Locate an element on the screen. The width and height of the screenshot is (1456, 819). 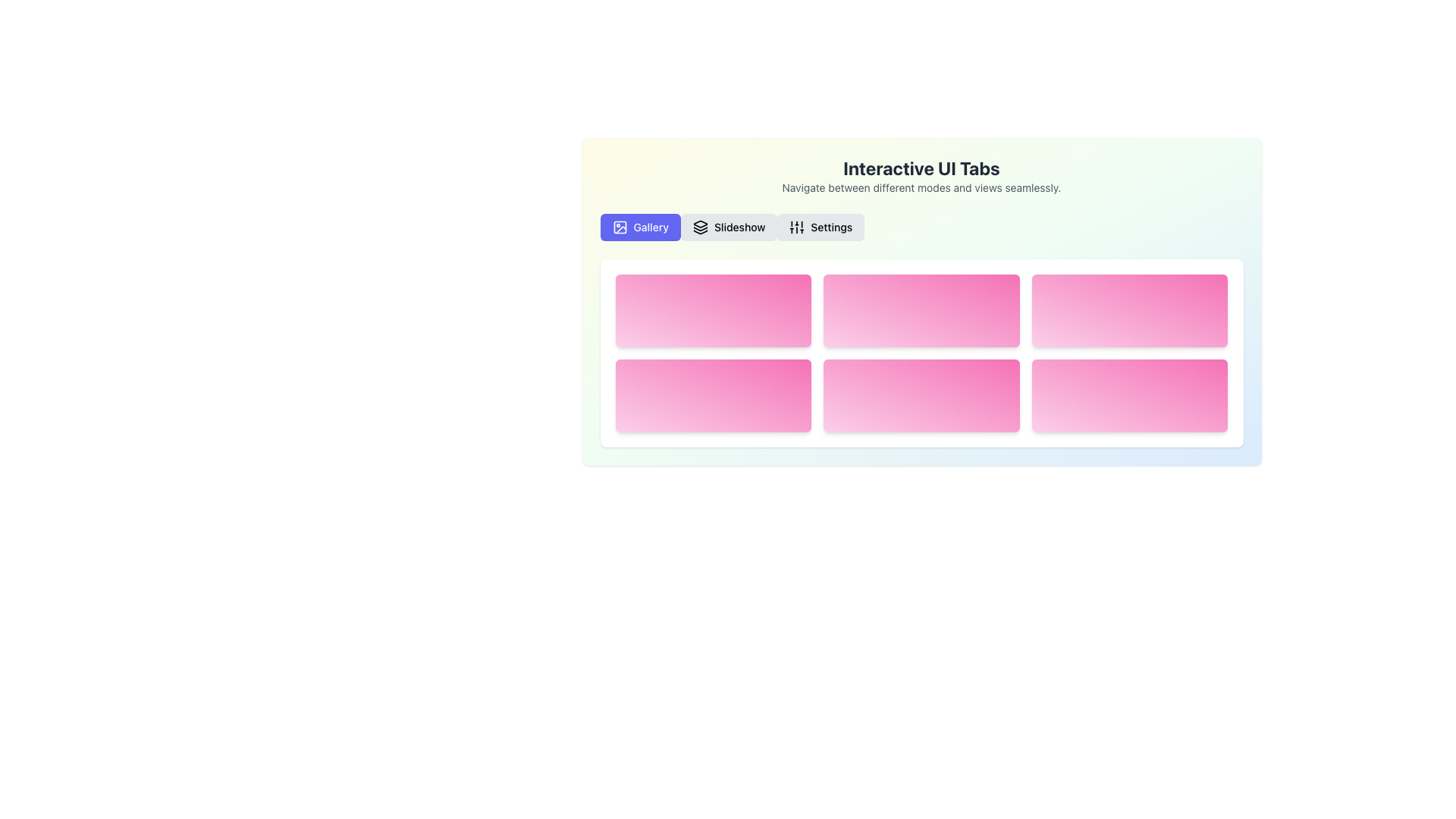
the icon representing three layered shapes is located at coordinates (699, 227).